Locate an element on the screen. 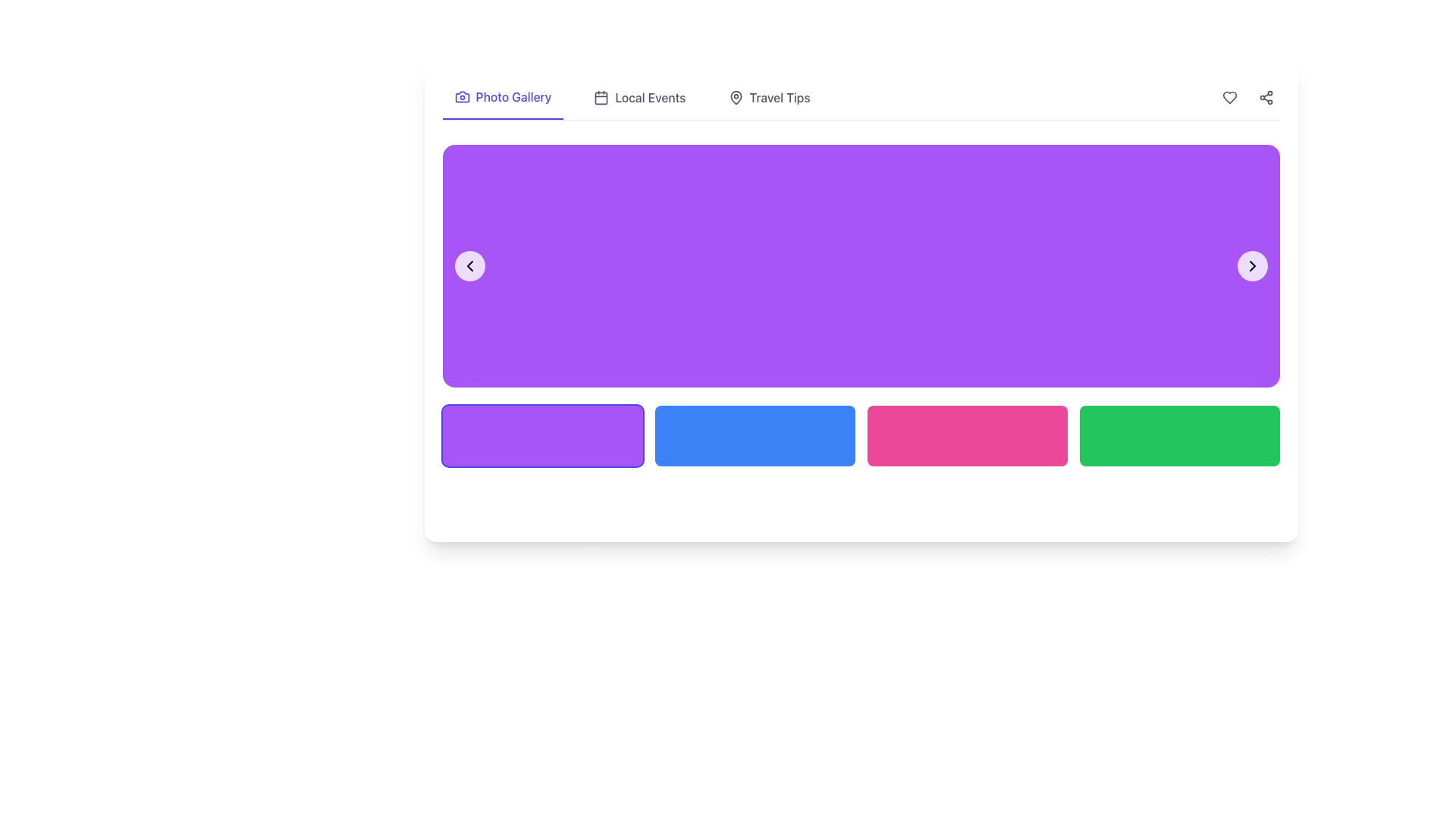  the navigation icon located on the left side of the highlighted content panel to trigger a hover effect is located at coordinates (469, 265).